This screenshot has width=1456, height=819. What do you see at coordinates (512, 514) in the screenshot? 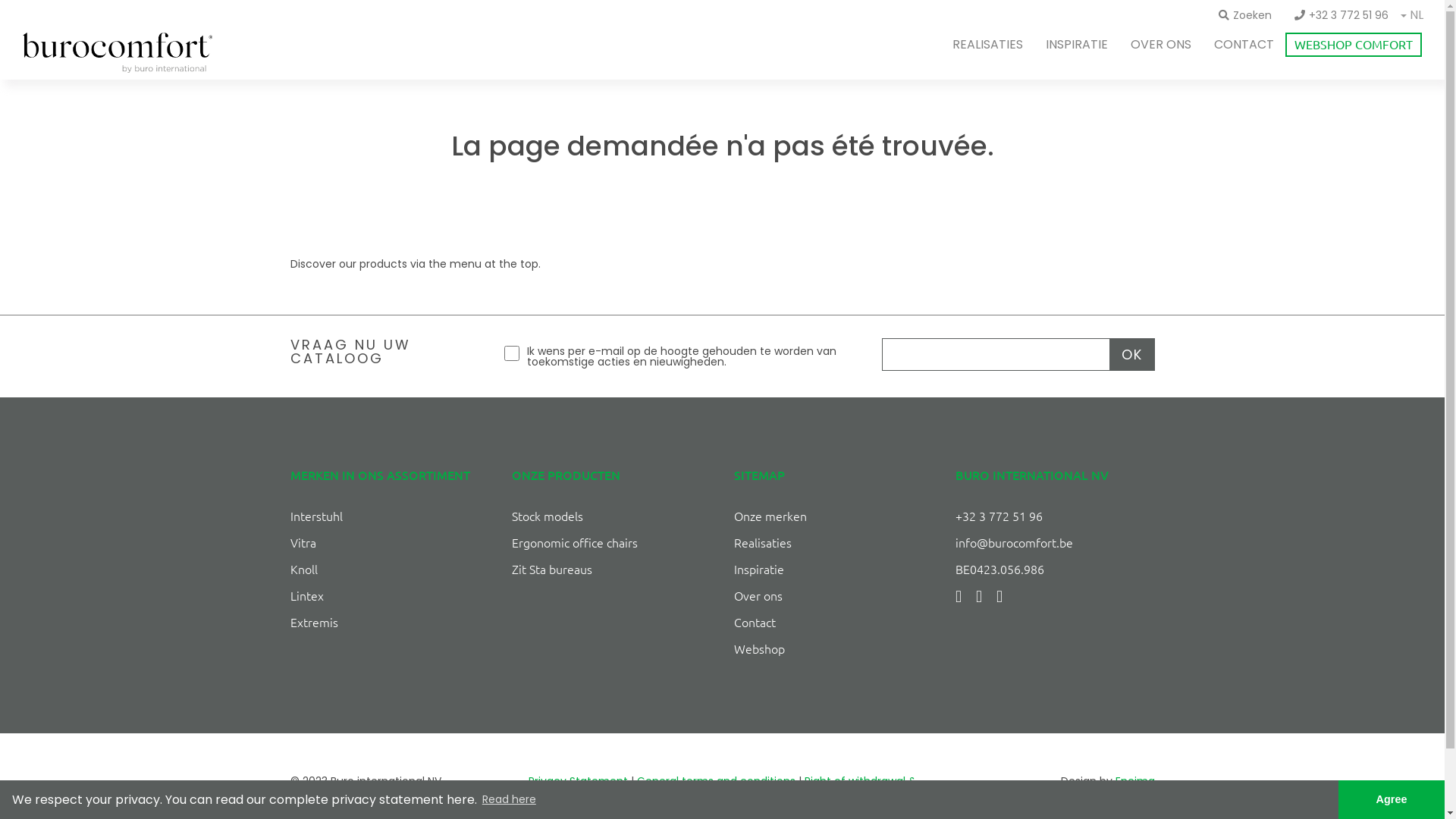
I see `'Stock models'` at bounding box center [512, 514].